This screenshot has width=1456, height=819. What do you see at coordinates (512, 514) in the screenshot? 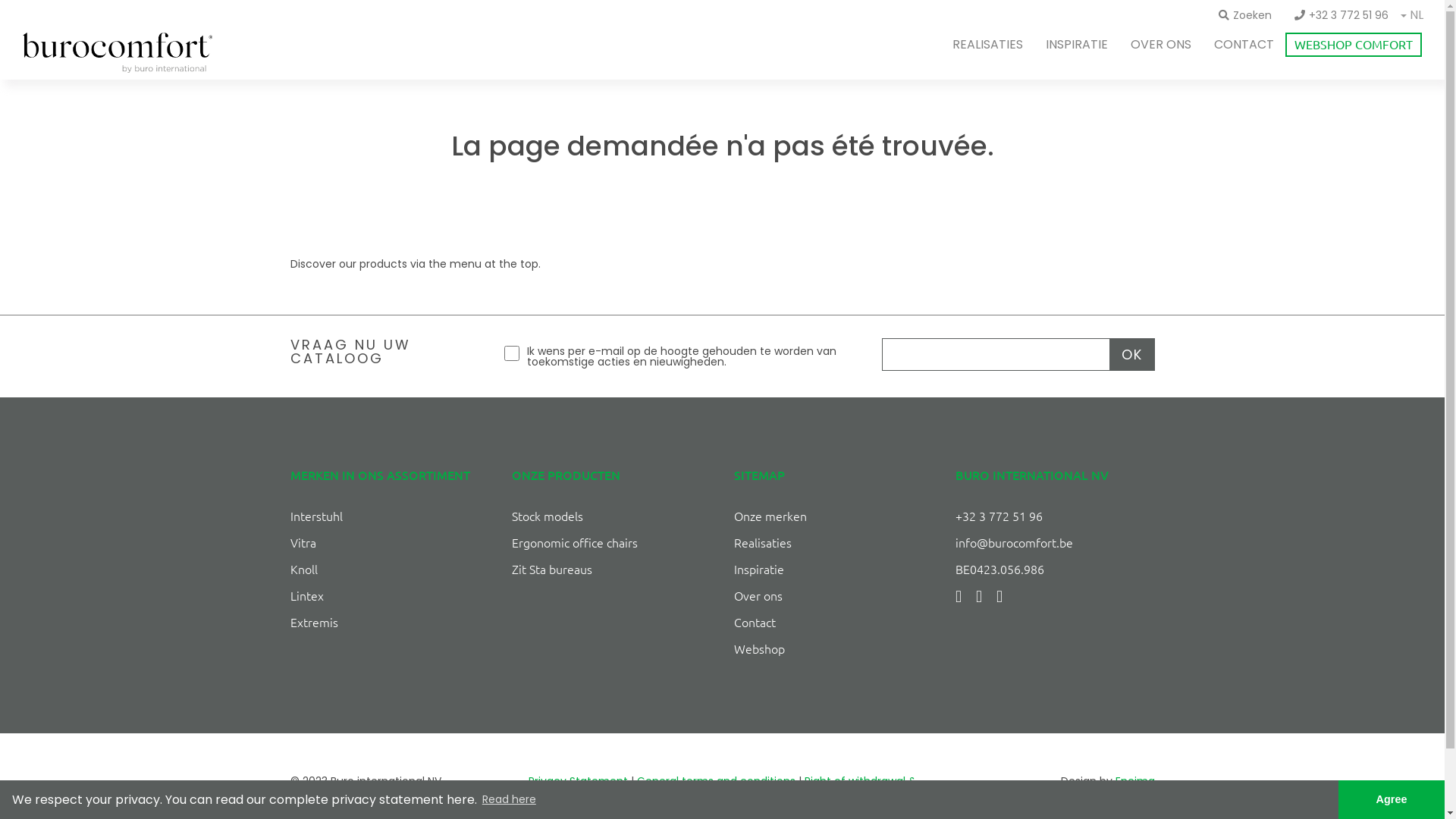
I see `'Stock models'` at bounding box center [512, 514].